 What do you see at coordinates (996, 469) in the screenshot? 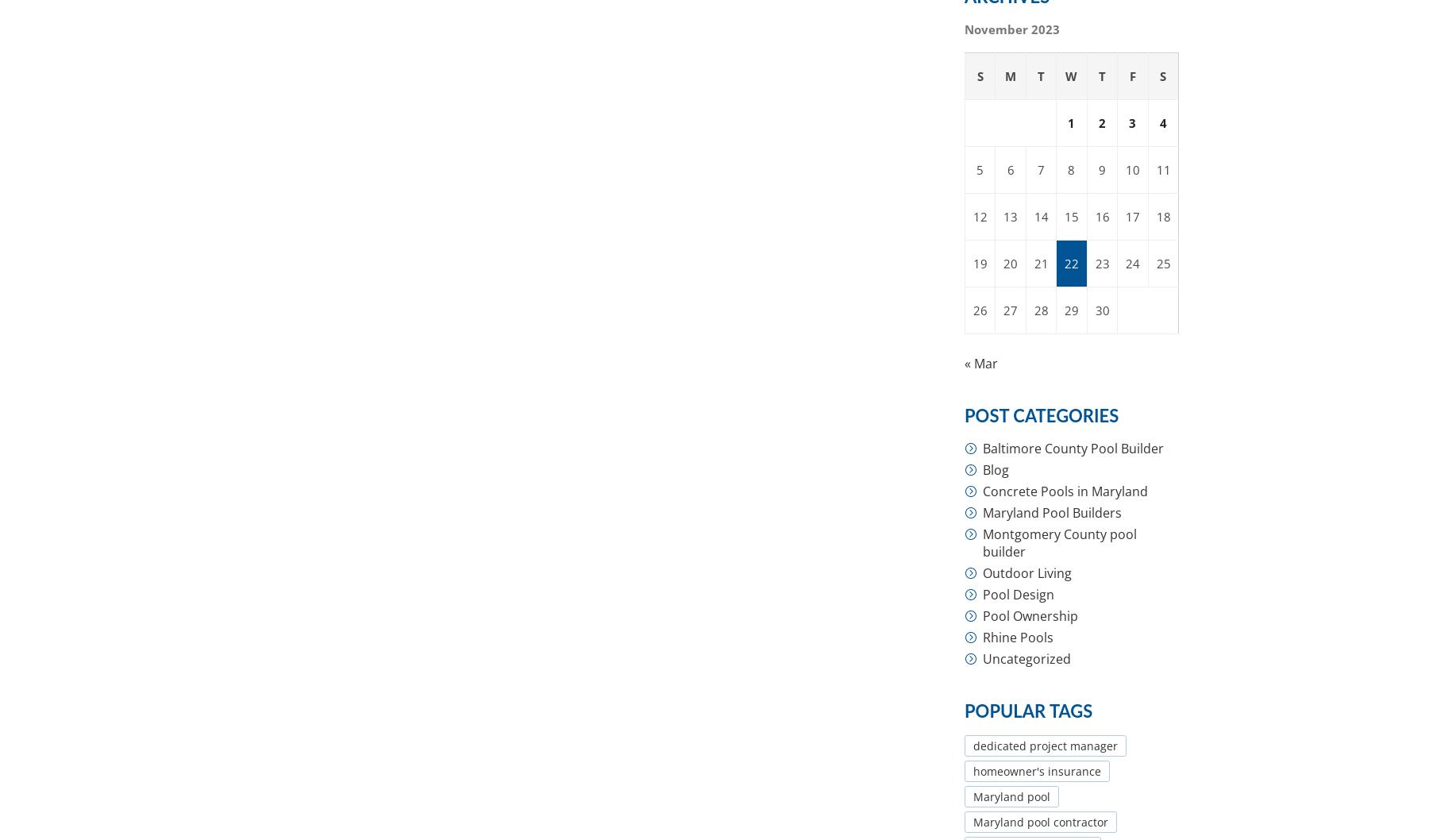
I see `'Blog'` at bounding box center [996, 469].